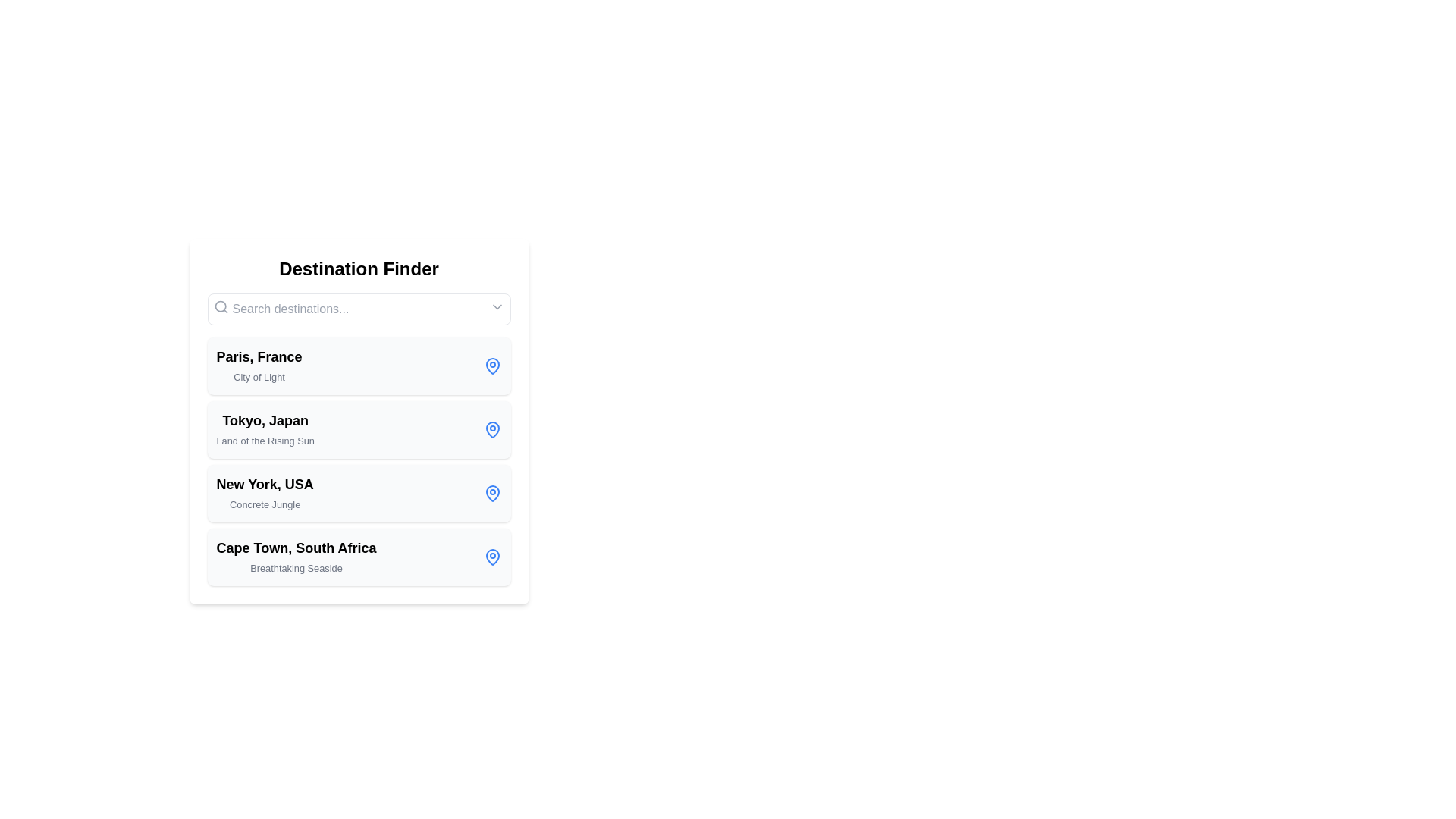  Describe the element at coordinates (497, 307) in the screenshot. I see `the downward arrow icon located to the right of the rectangular search input field` at that location.